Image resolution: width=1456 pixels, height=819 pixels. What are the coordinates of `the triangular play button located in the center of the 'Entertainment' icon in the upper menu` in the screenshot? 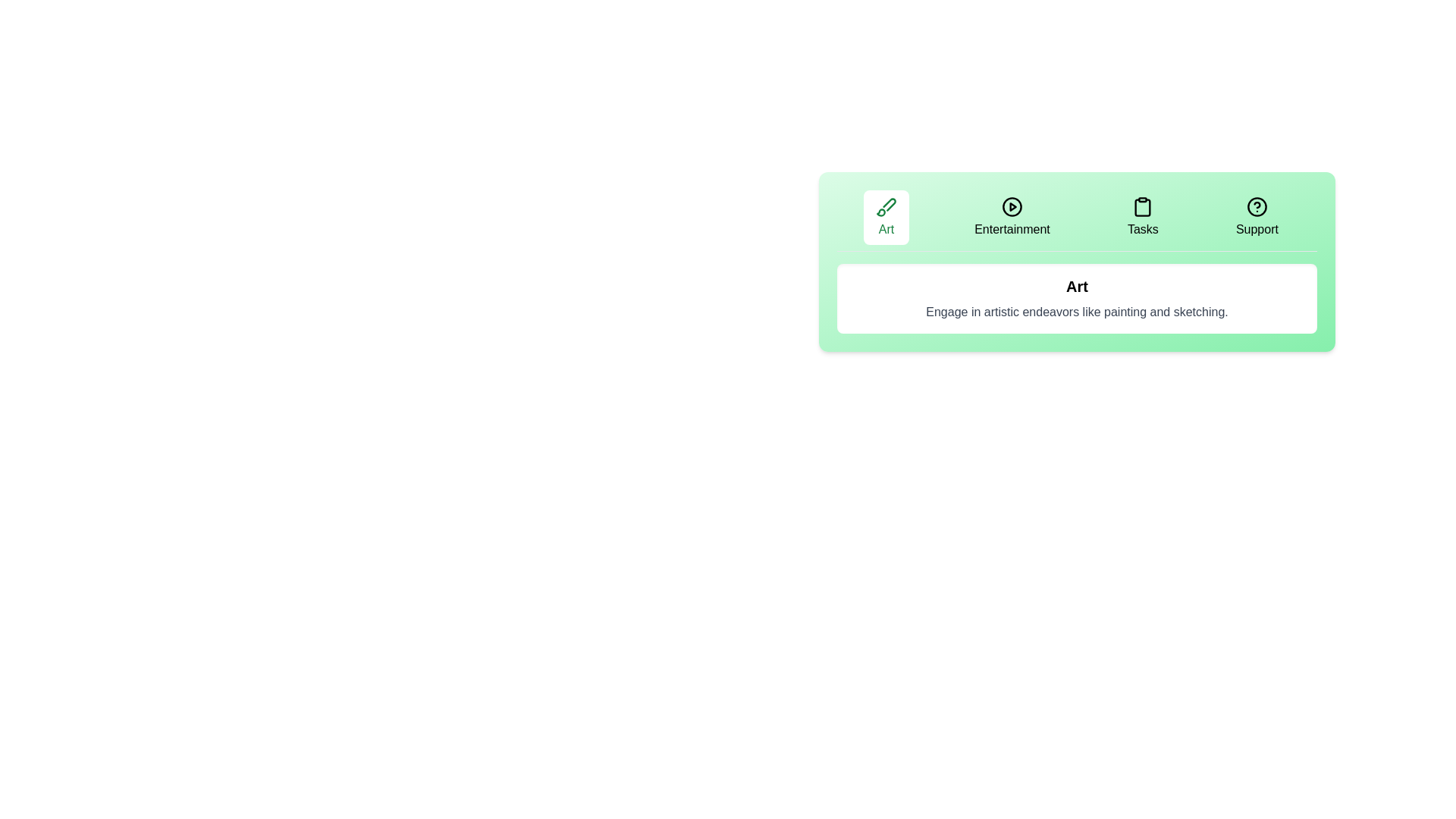 It's located at (1013, 207).